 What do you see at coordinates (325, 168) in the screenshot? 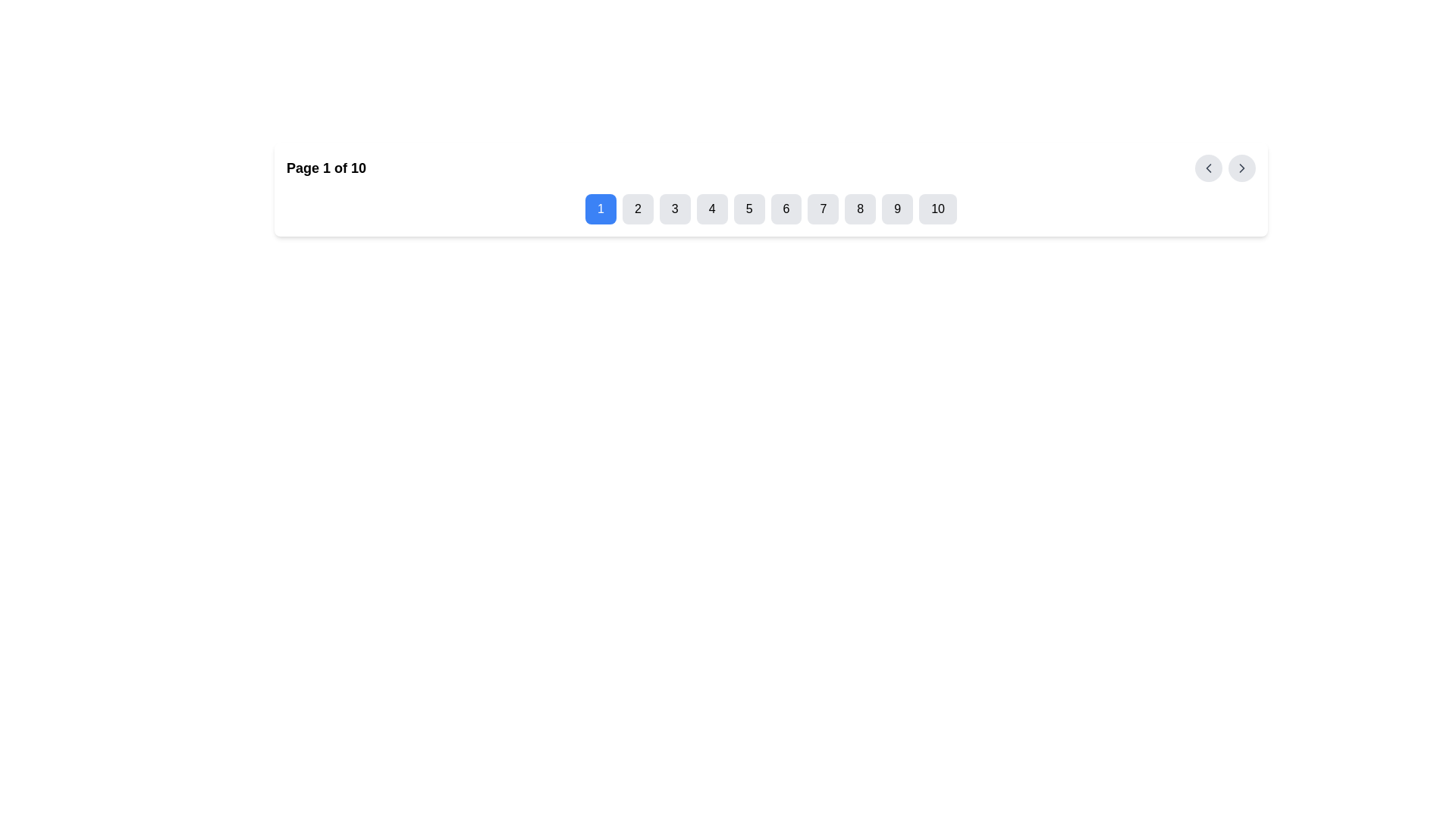
I see `the informational label that indicates the current page number out of the total pages available, located at the top-left region of the page navigation toolbar` at bounding box center [325, 168].